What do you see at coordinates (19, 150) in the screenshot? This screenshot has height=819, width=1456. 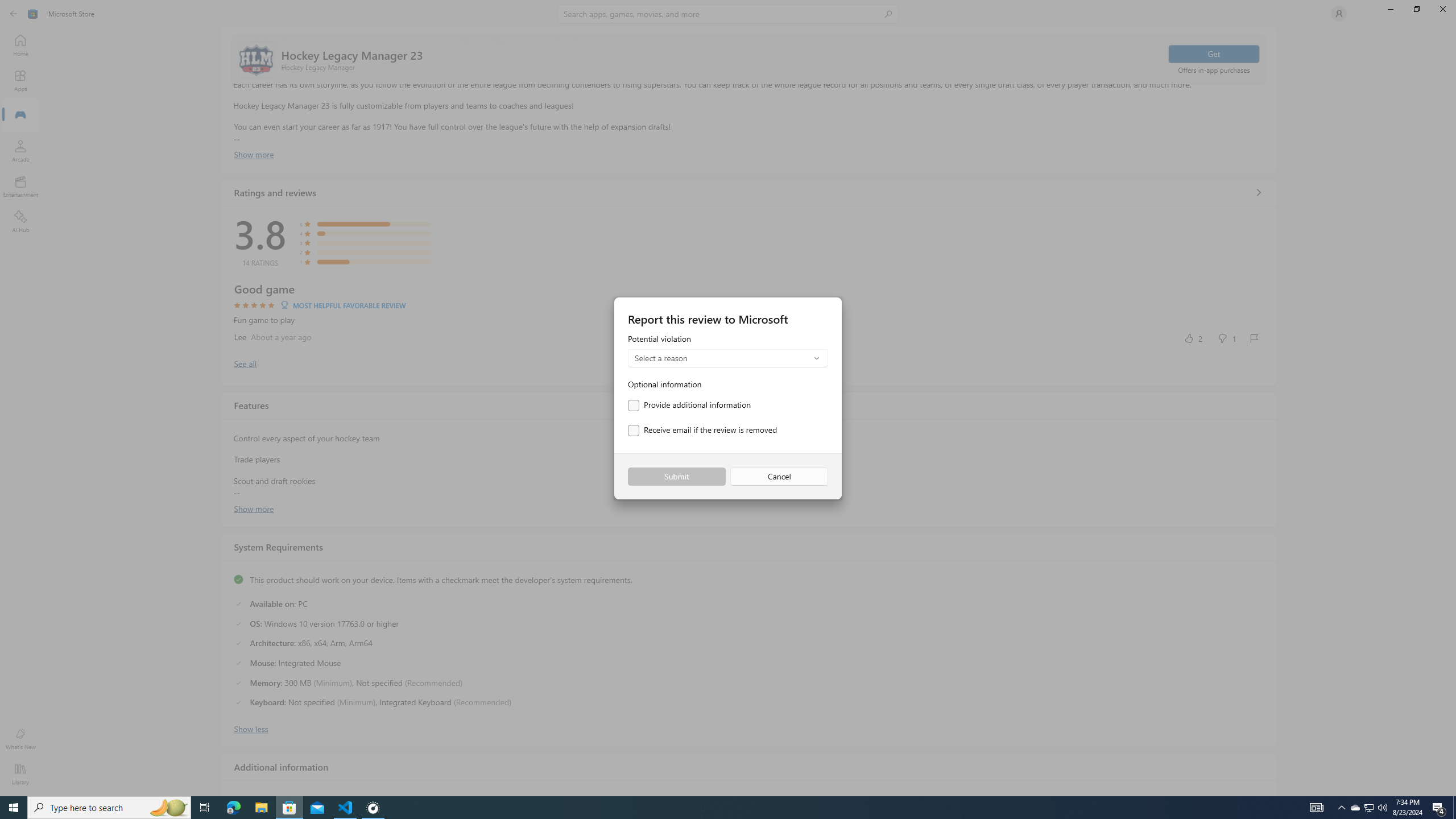 I see `'Arcade'` at bounding box center [19, 150].